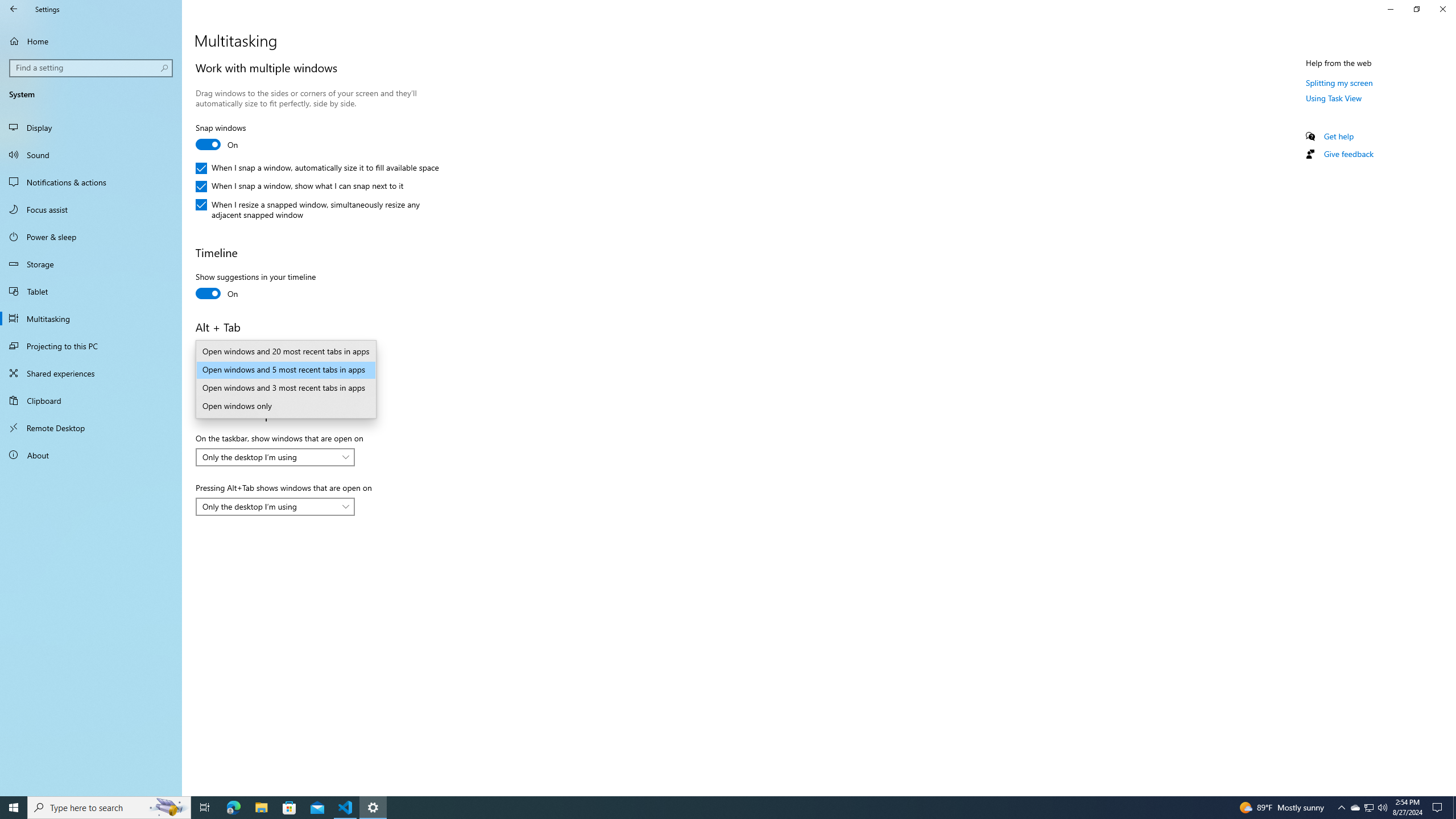 The height and width of the screenshot is (819, 1456). What do you see at coordinates (1389, 9) in the screenshot?
I see `'Minimize Settings'` at bounding box center [1389, 9].